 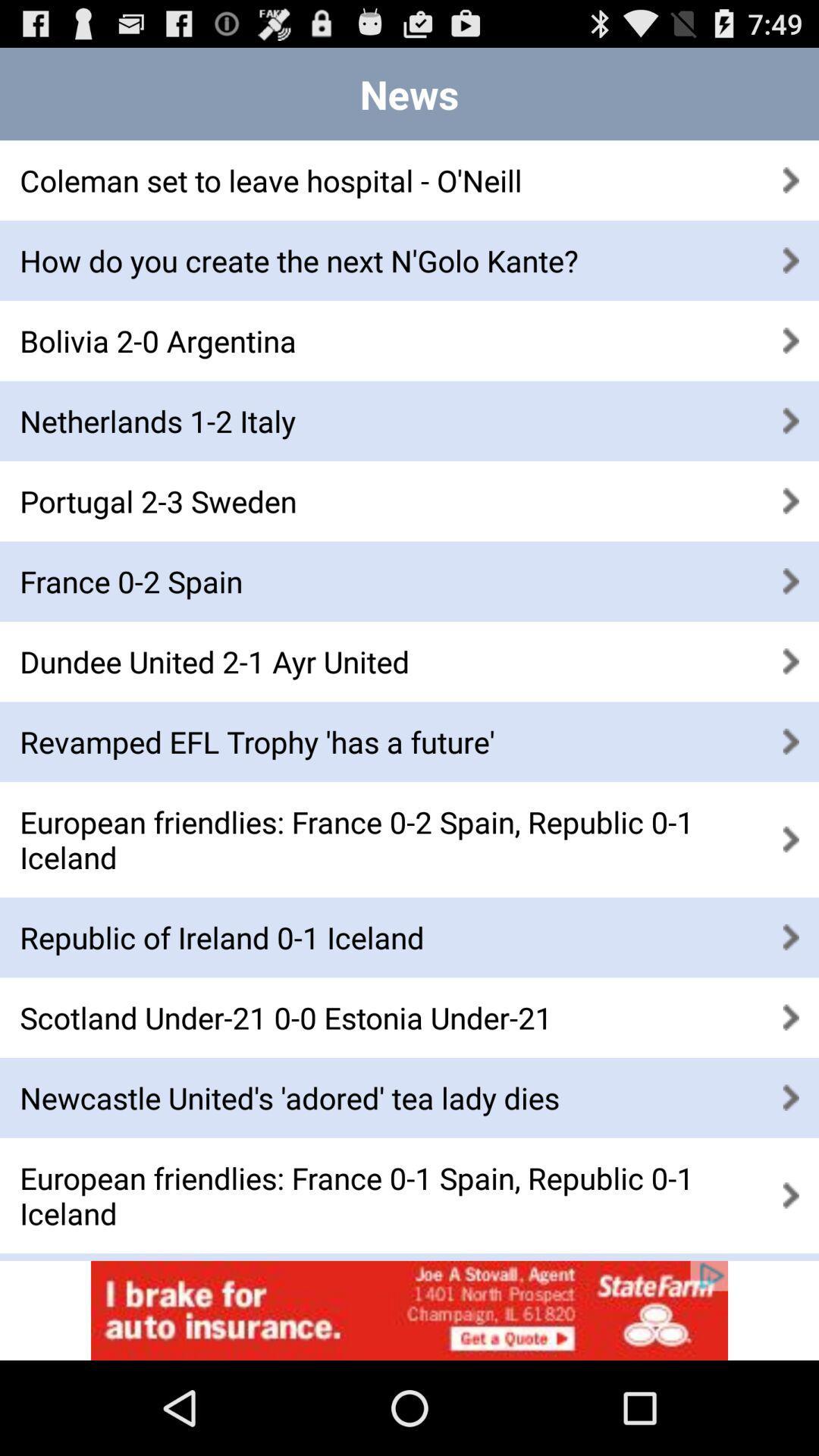 What do you see at coordinates (409, 1310) in the screenshot?
I see `advertisement` at bounding box center [409, 1310].